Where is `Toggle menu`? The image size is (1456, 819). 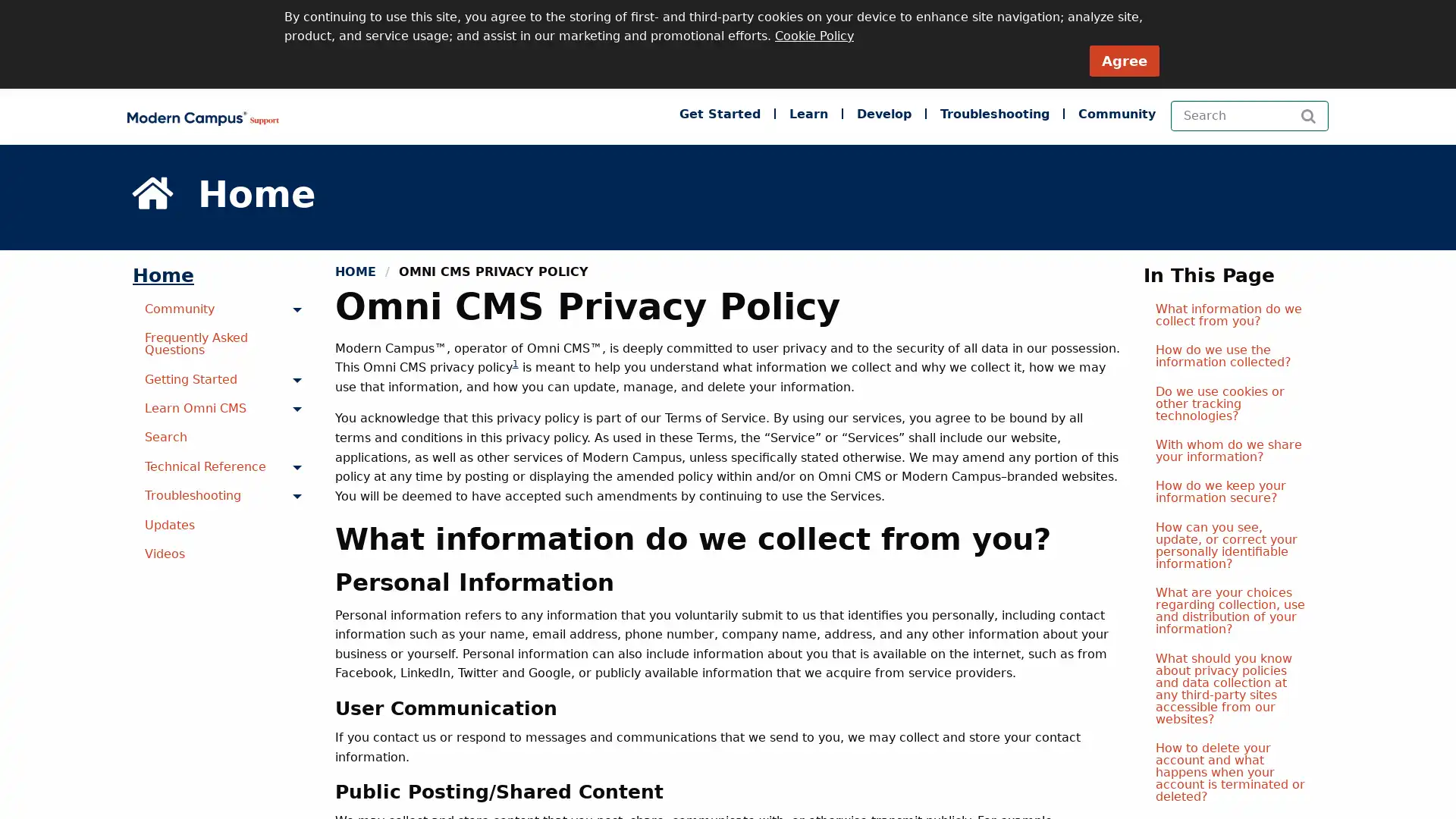 Toggle menu is located at coordinates (296, 497).